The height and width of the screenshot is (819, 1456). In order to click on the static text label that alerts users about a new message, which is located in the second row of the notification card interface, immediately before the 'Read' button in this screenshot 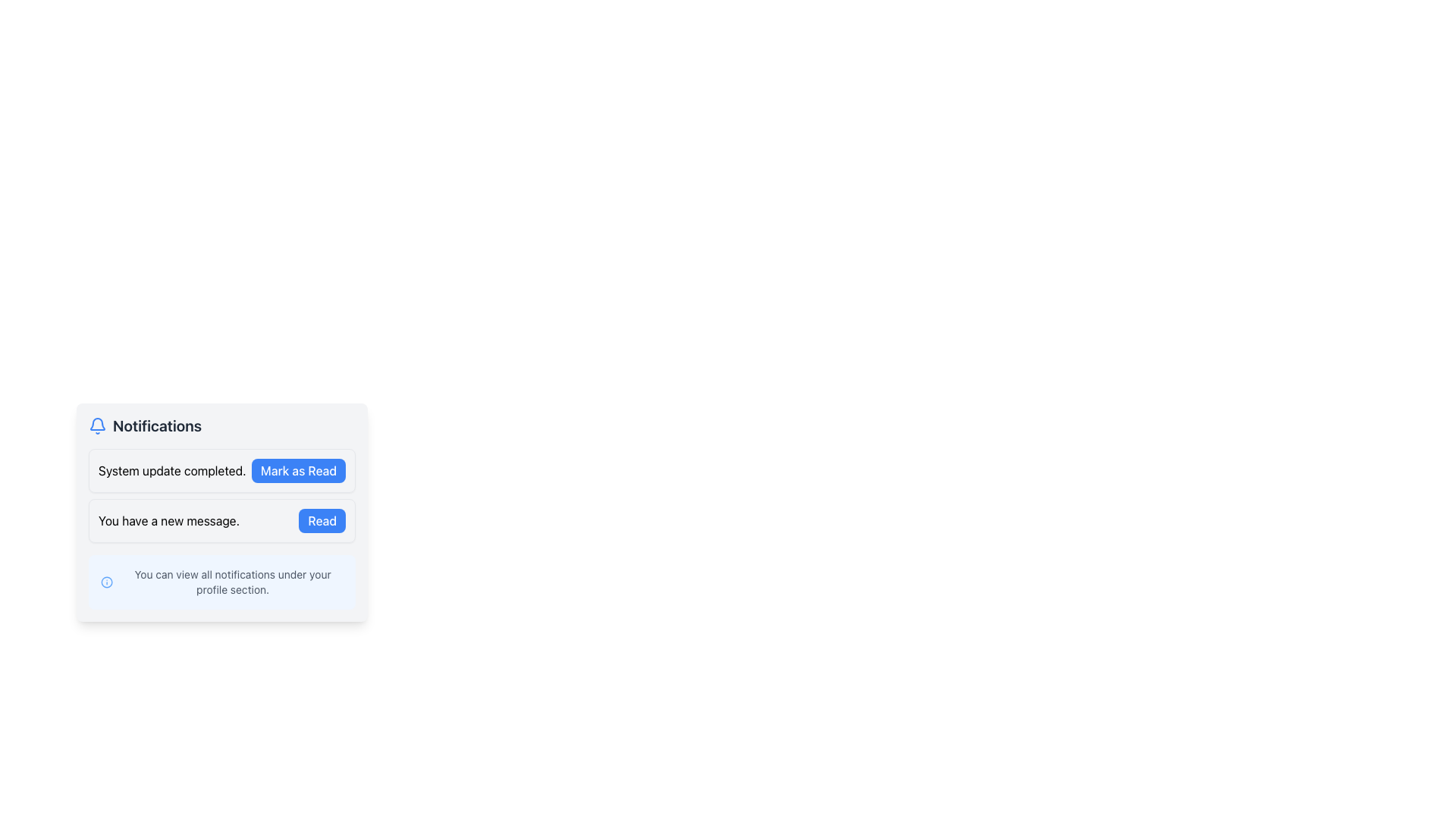, I will do `click(169, 519)`.